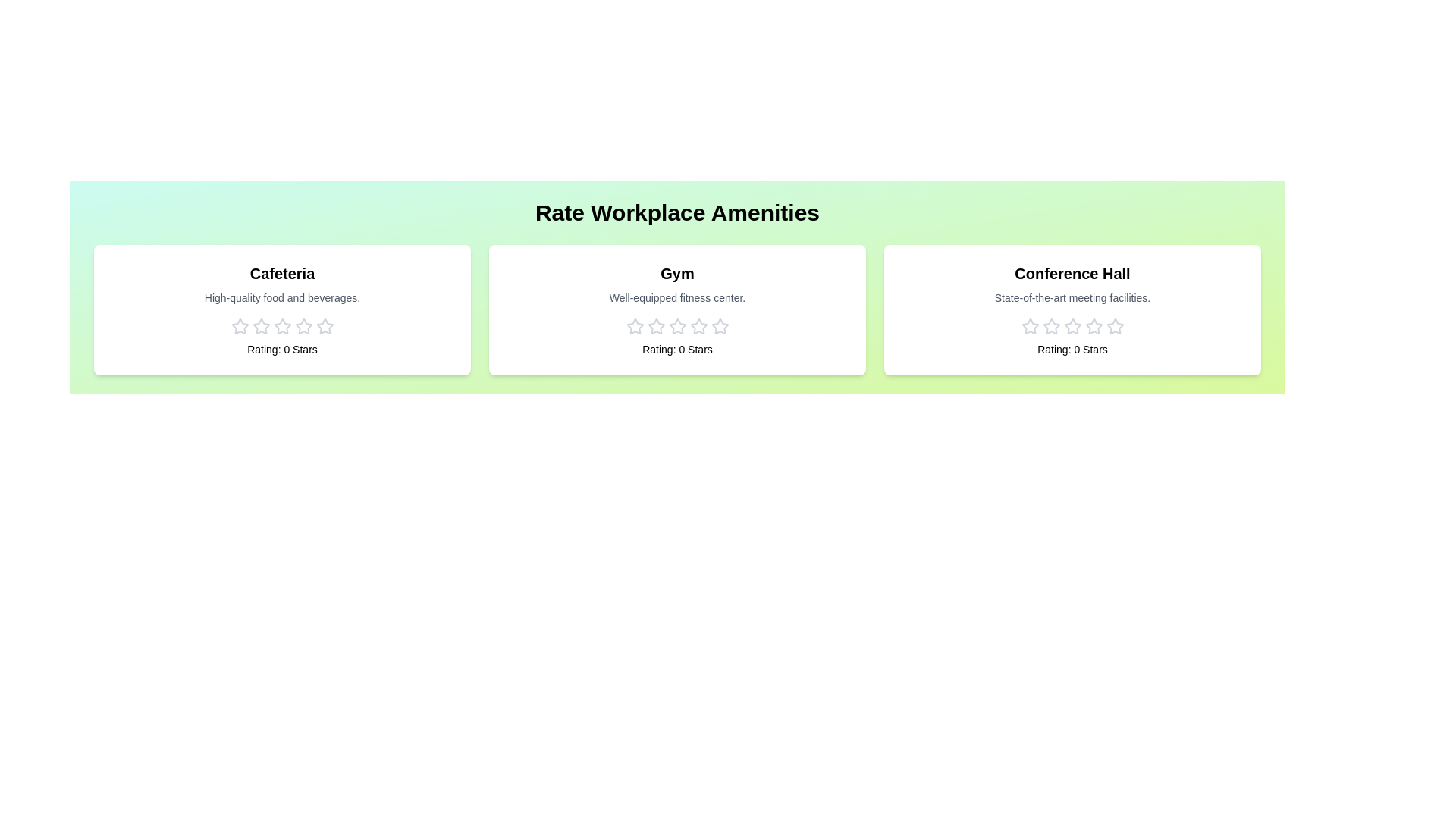  Describe the element at coordinates (282, 309) in the screenshot. I see `the Cafeteria card to observe its hover effect` at that location.